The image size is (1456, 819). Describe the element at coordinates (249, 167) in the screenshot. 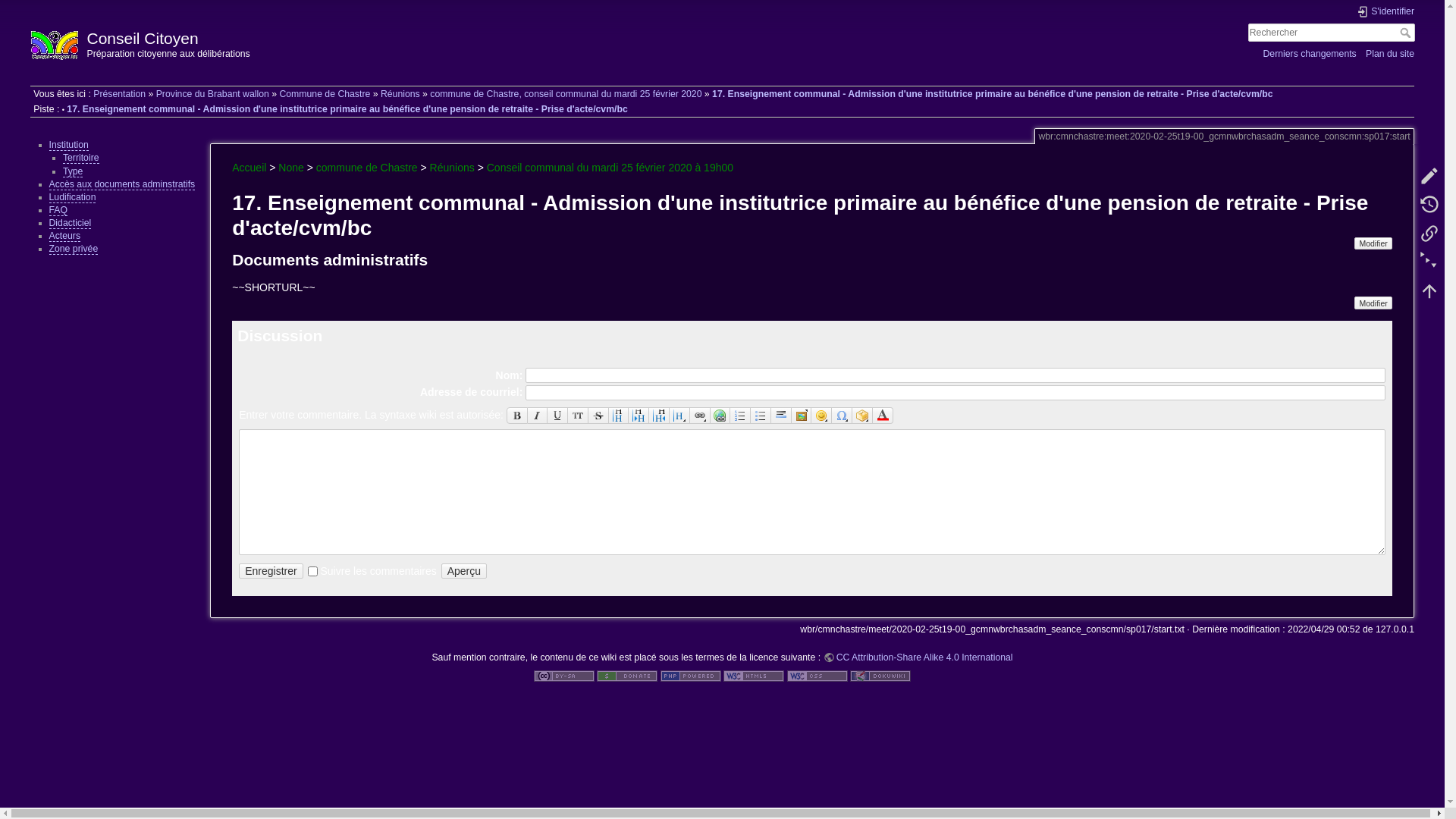

I see `'Accueil'` at that location.